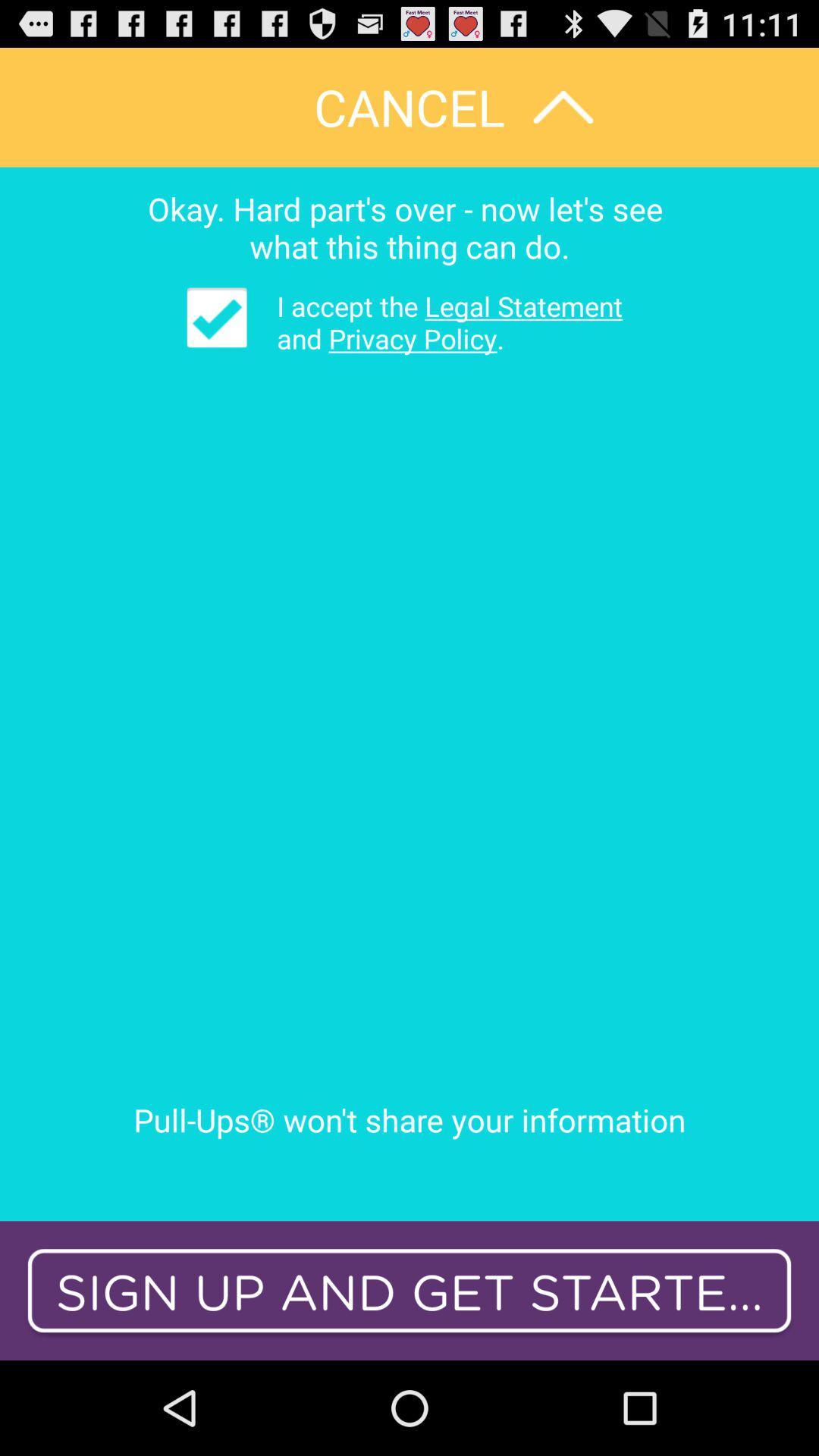  I want to click on app above okay hard part icon, so click(409, 106).